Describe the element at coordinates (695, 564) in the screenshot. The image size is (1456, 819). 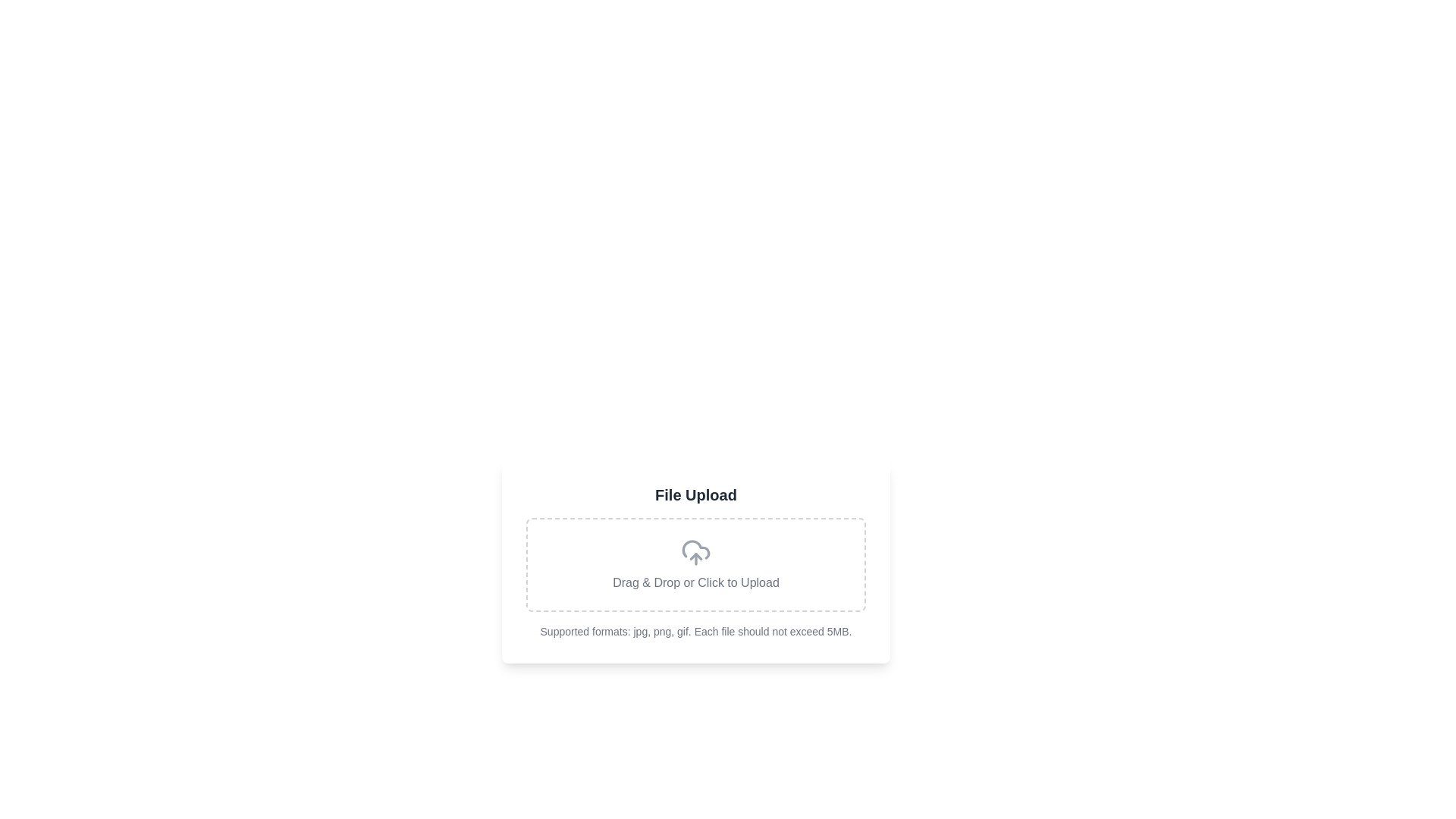
I see `files onto the file upload area that displays 'Drag & Drop or Click` at that location.